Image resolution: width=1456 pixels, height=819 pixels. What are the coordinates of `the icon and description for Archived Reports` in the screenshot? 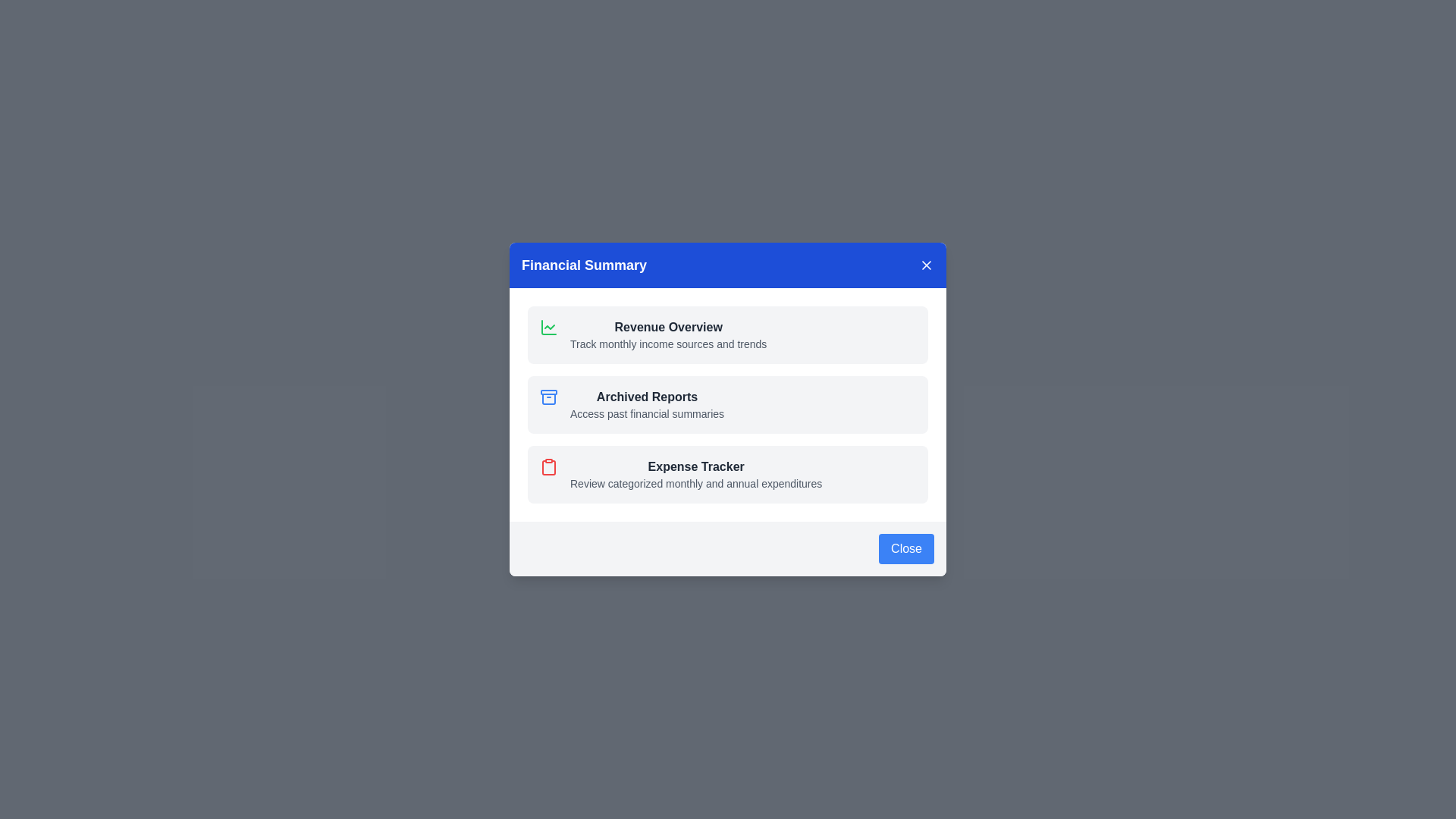 It's located at (548, 397).